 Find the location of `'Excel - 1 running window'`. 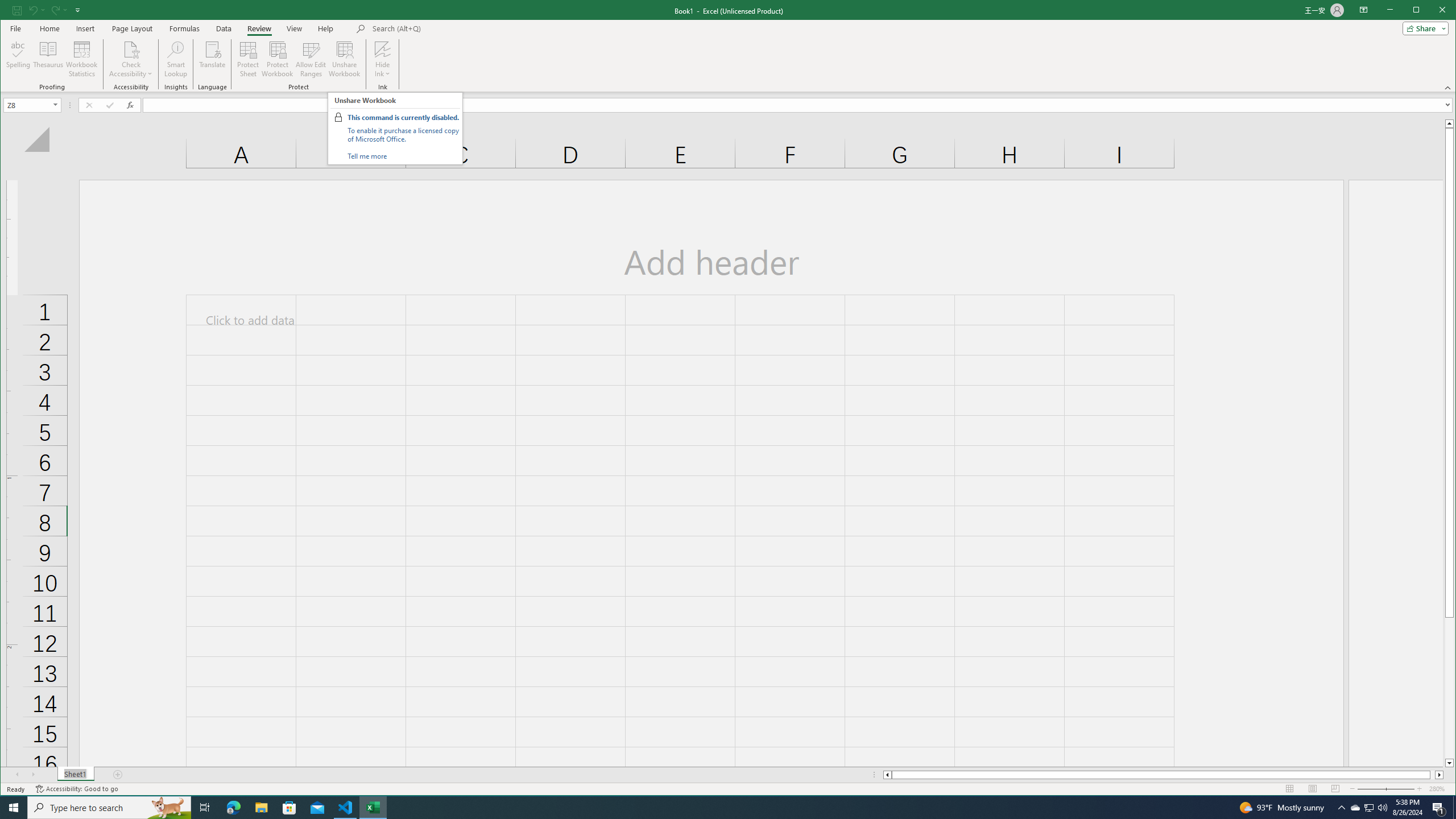

'Excel - 1 running window' is located at coordinates (373, 806).